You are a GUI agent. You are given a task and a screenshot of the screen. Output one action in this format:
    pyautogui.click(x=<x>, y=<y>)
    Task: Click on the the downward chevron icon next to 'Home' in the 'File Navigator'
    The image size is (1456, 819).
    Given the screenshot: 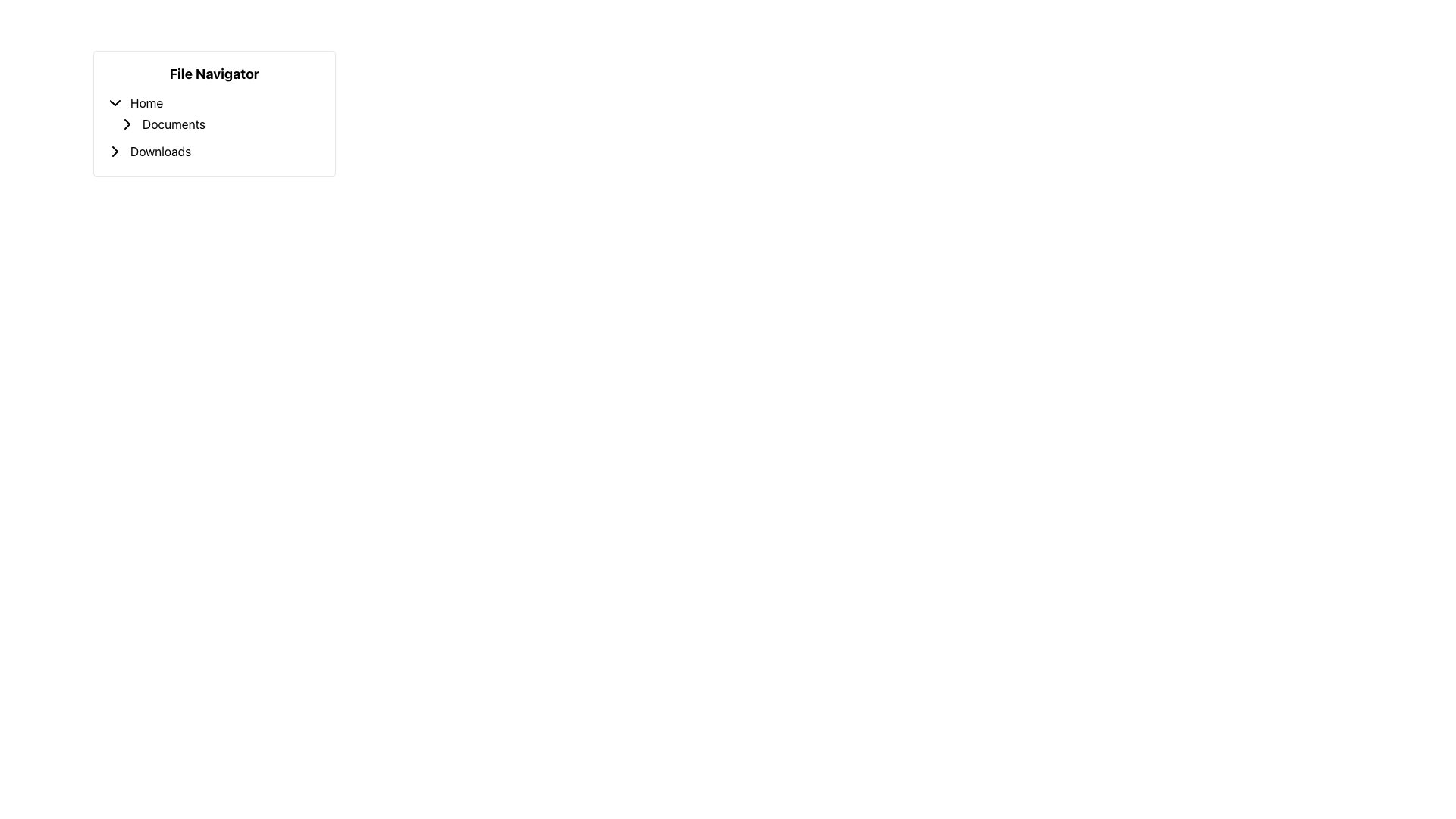 What is the action you would take?
    pyautogui.click(x=115, y=102)
    